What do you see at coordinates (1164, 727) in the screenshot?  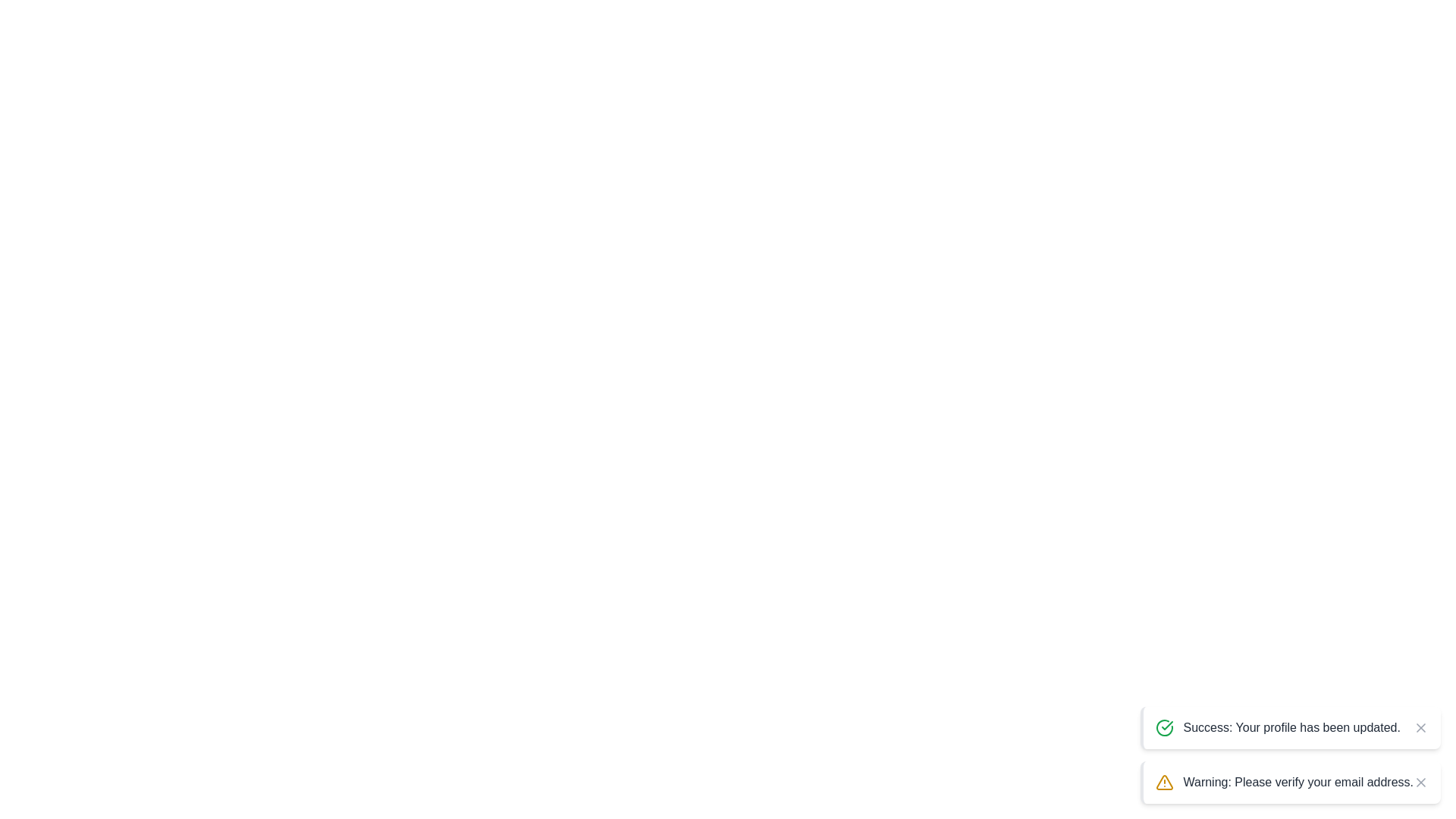 I see `the notification icon corresponding to success` at bounding box center [1164, 727].